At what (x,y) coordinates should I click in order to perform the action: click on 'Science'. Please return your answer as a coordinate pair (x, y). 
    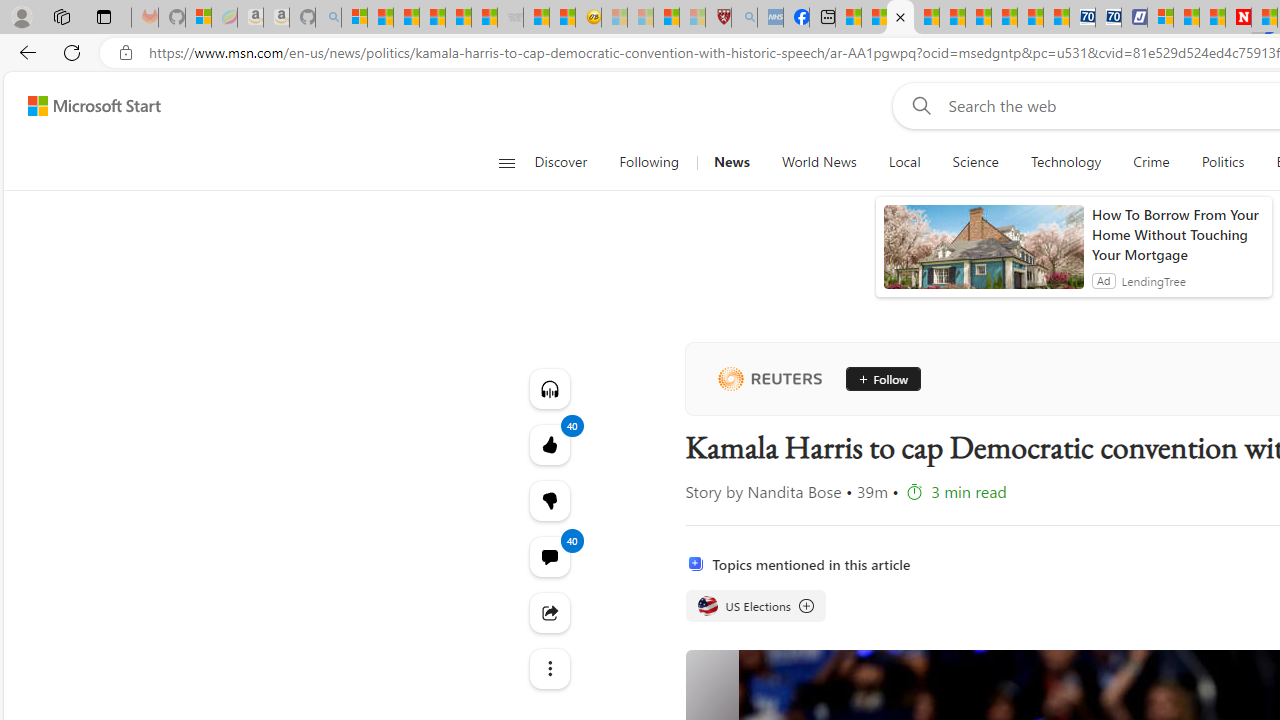
    Looking at the image, I should click on (975, 162).